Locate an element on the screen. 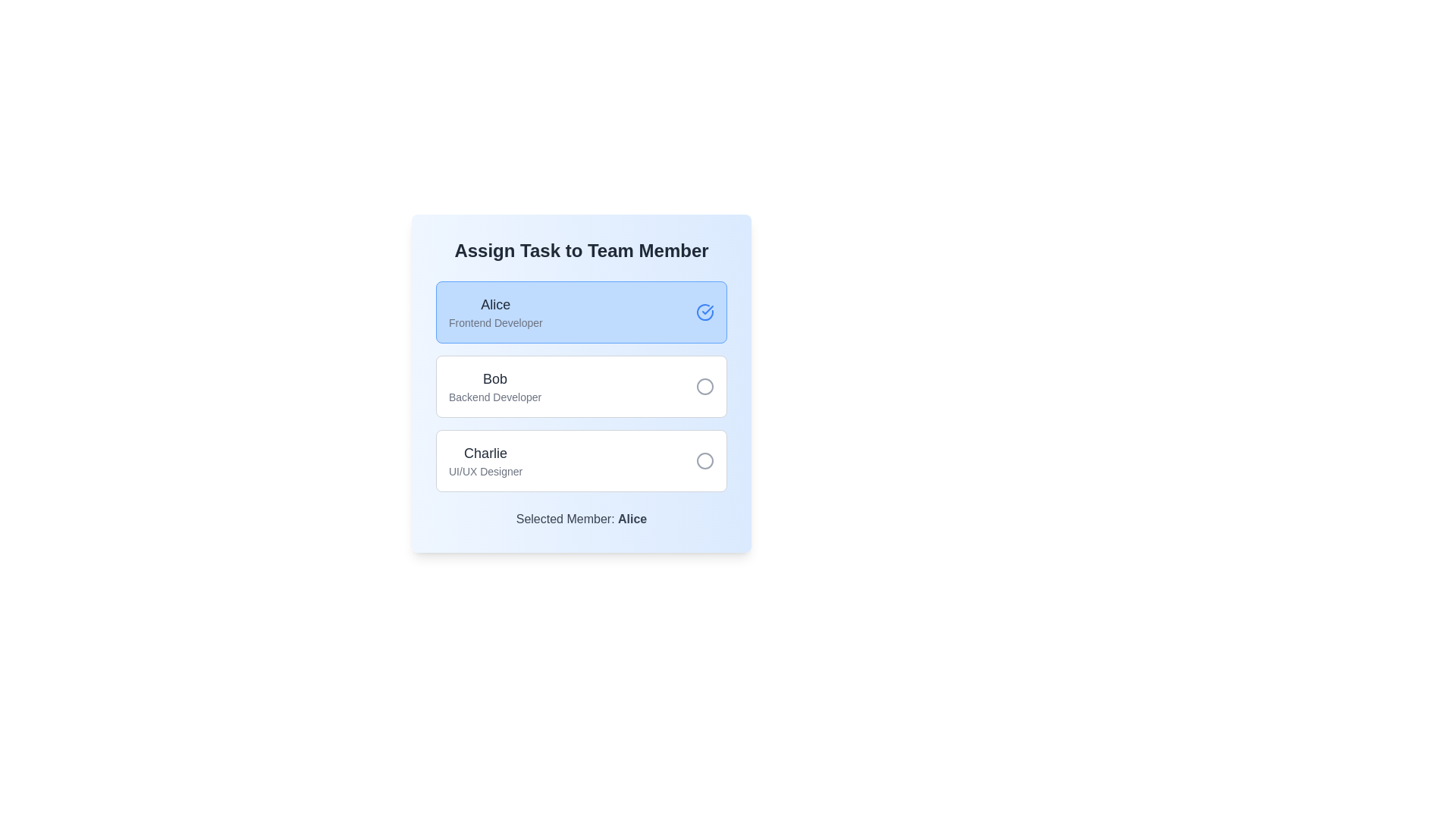 This screenshot has width=1456, height=819. the radio button is located at coordinates (581, 460).